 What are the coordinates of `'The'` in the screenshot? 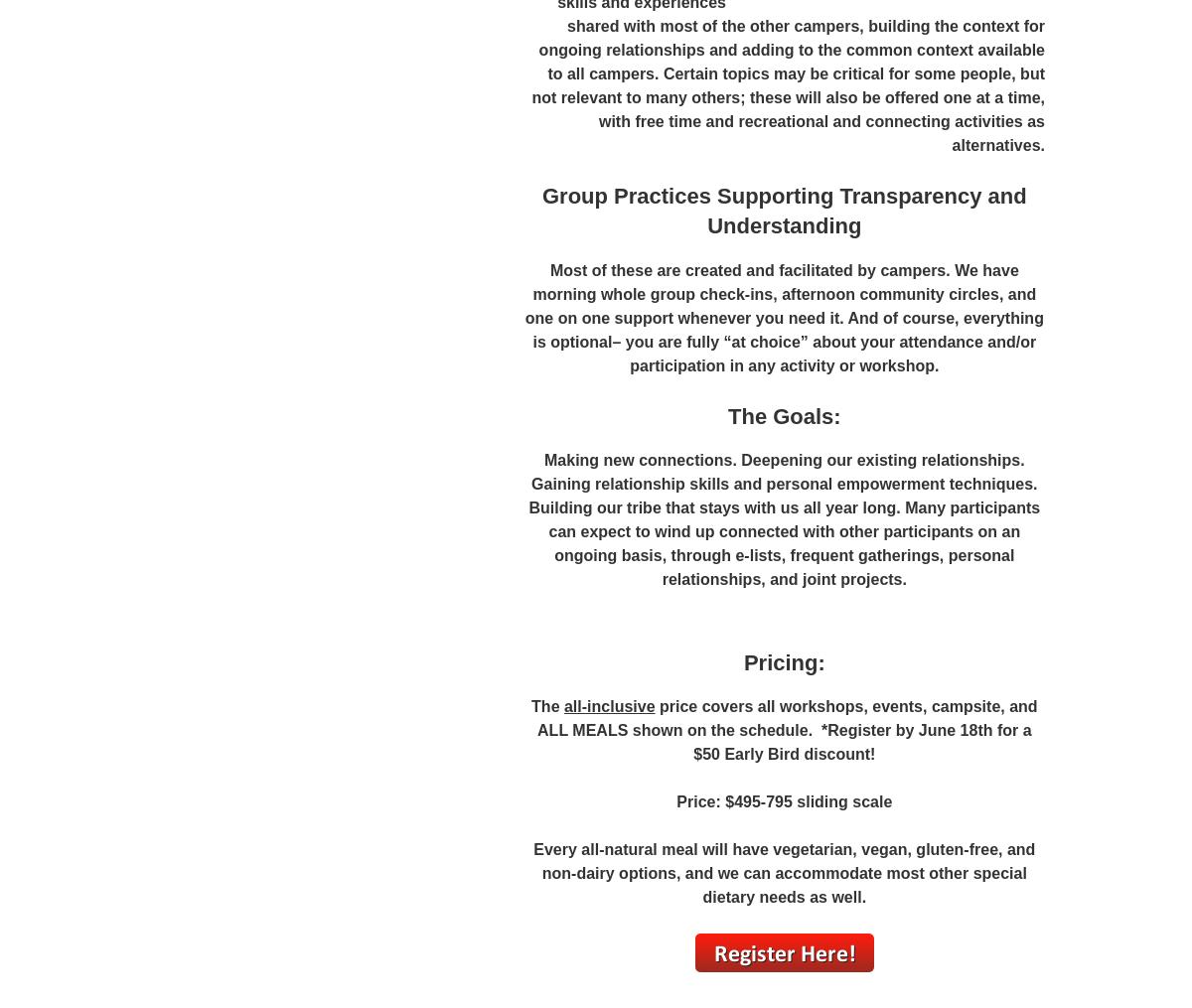 It's located at (546, 706).